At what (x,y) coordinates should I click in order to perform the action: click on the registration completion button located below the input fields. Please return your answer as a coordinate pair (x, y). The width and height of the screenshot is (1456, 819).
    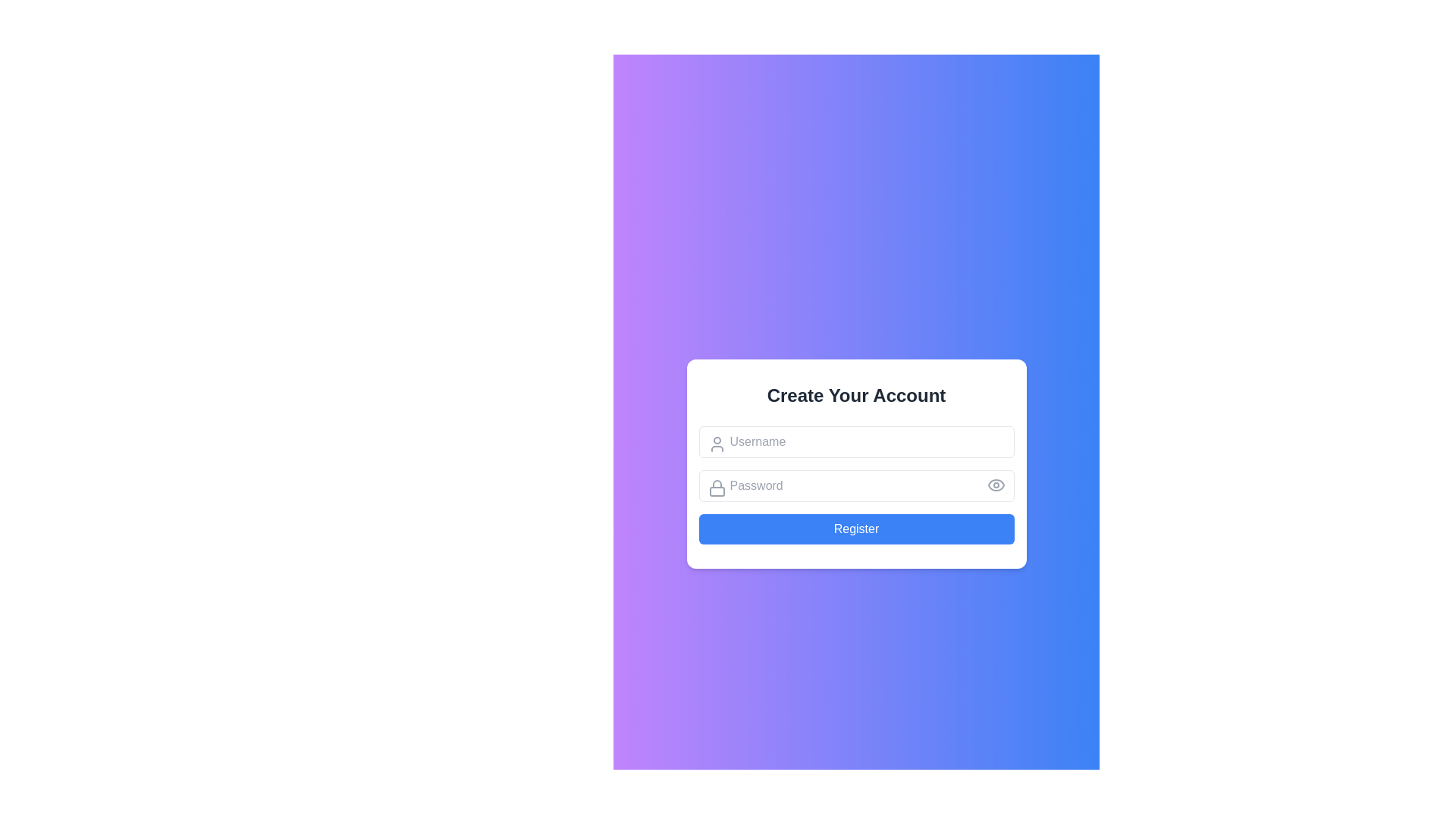
    Looking at the image, I should click on (856, 529).